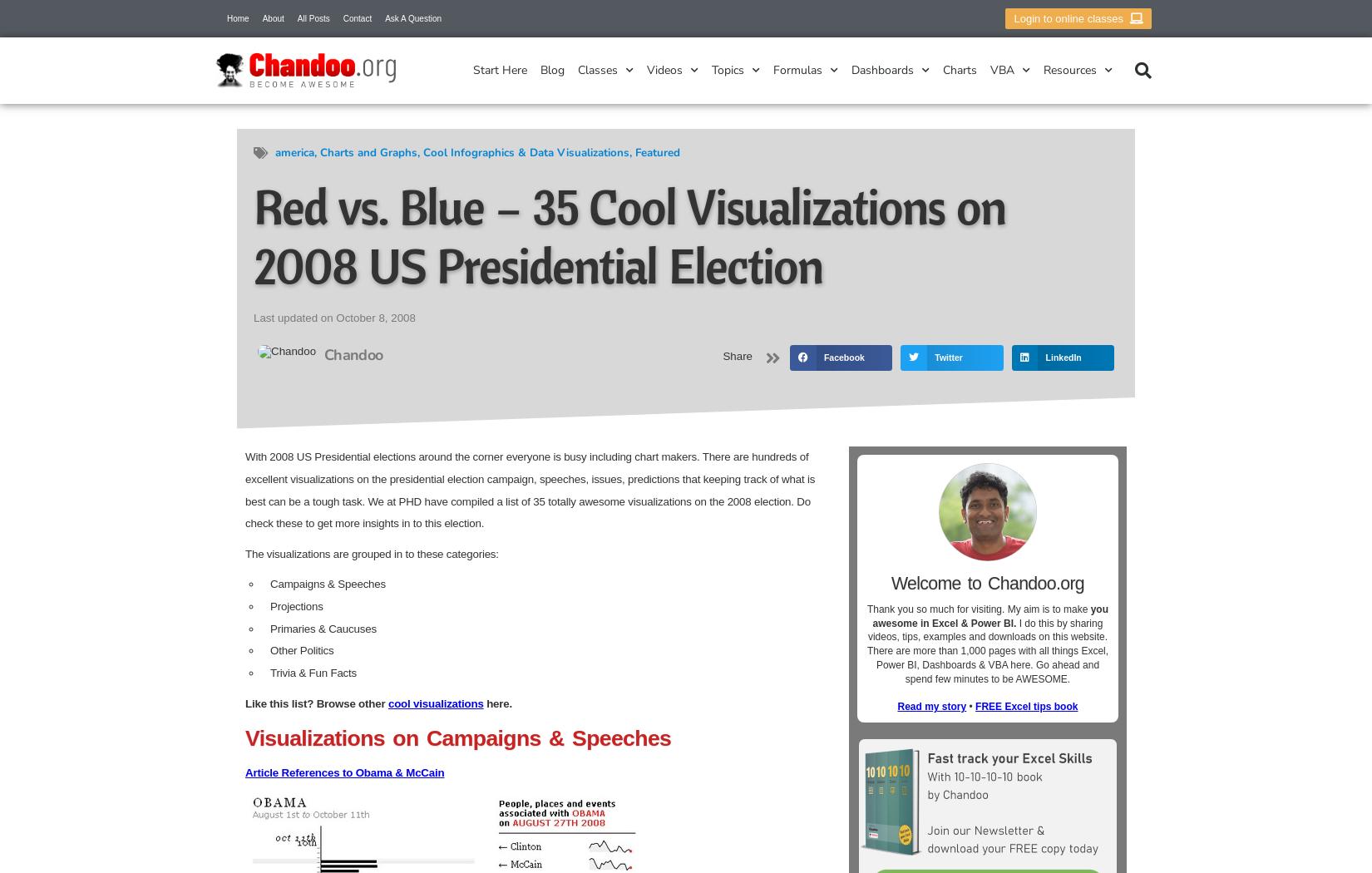 Image resolution: width=1372 pixels, height=873 pixels. Describe the element at coordinates (333, 317) in the screenshot. I see `'Last updated on October 8, 2008'` at that location.